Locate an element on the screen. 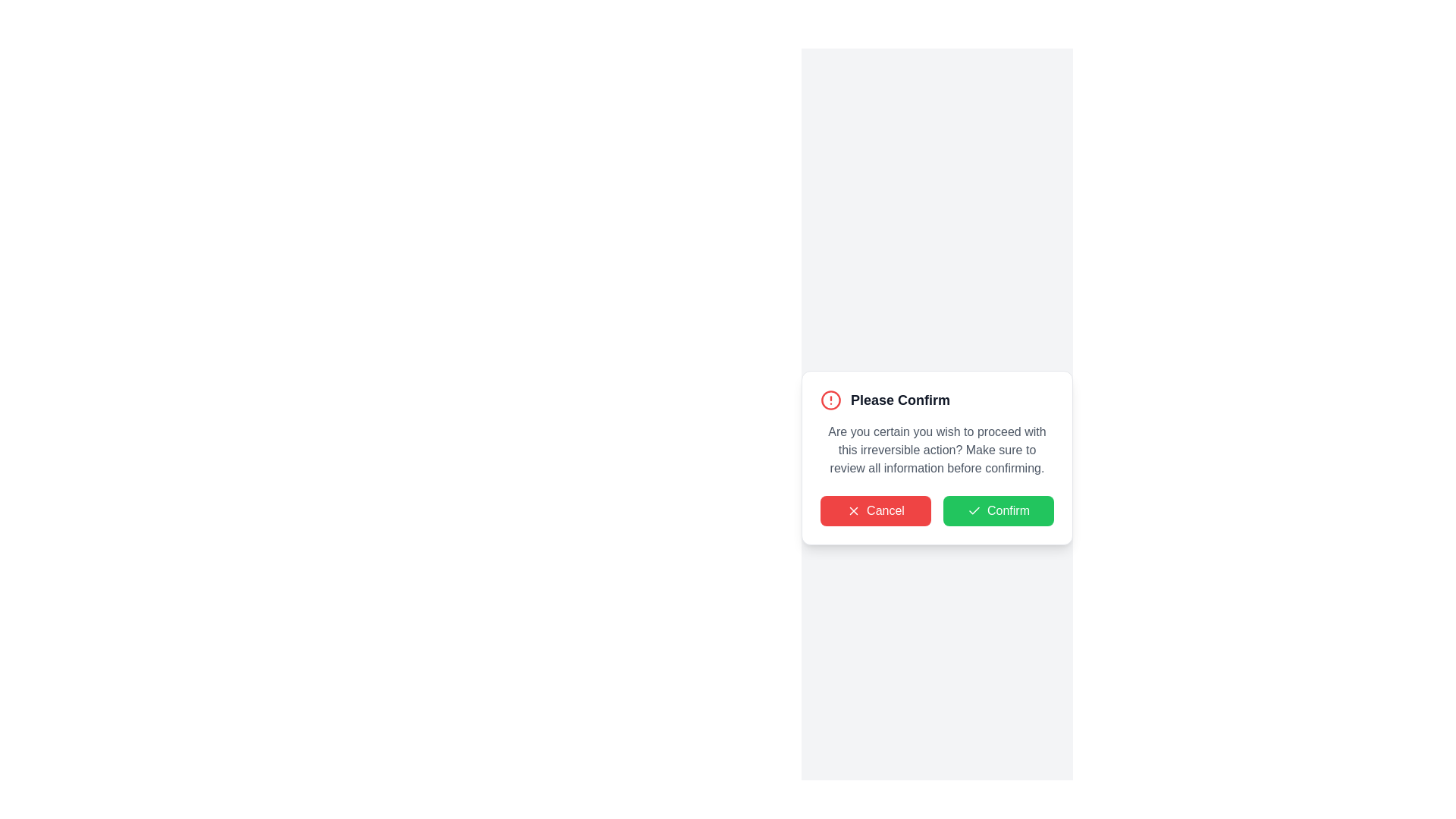  the 'Please Confirm' text label (Heading) displayed in bold and large font size within the confirmation dialog interface is located at coordinates (900, 400).